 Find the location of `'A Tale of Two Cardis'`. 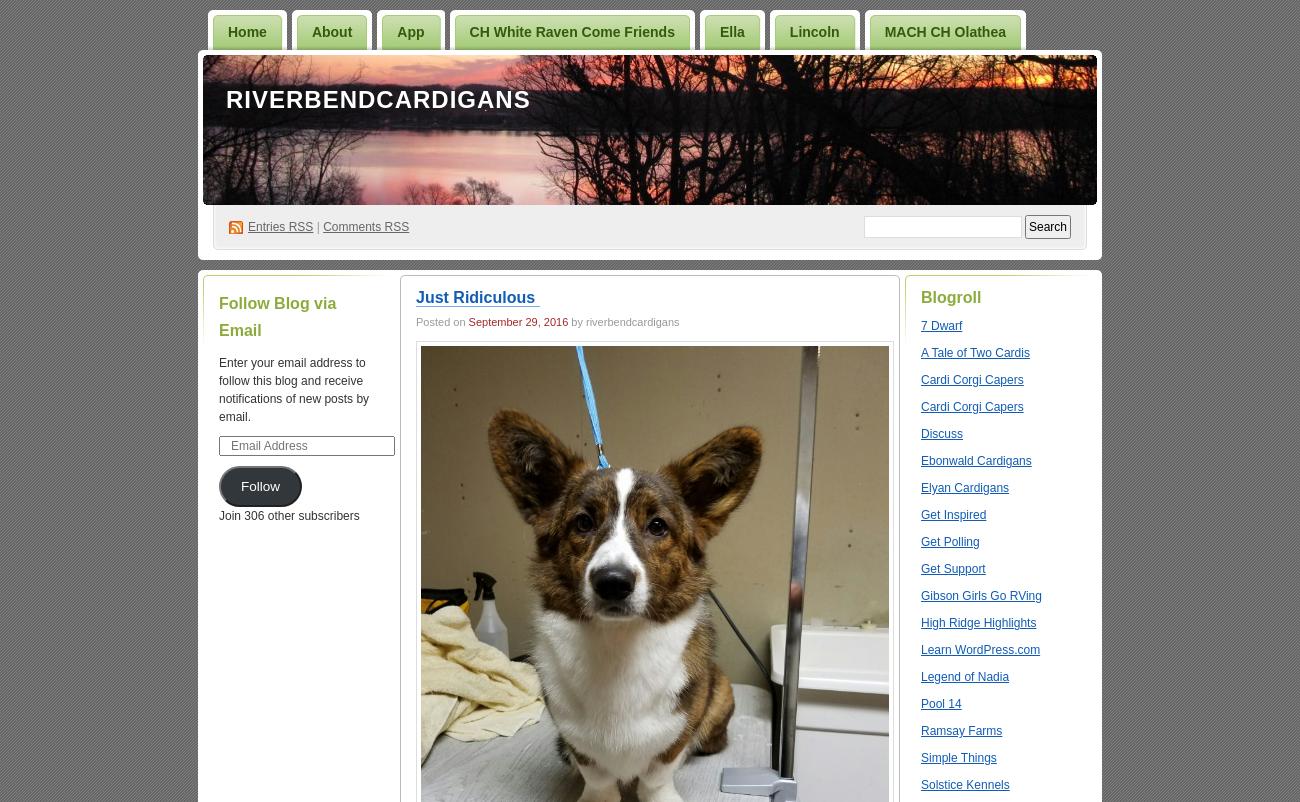

'A Tale of Two Cardis' is located at coordinates (920, 352).